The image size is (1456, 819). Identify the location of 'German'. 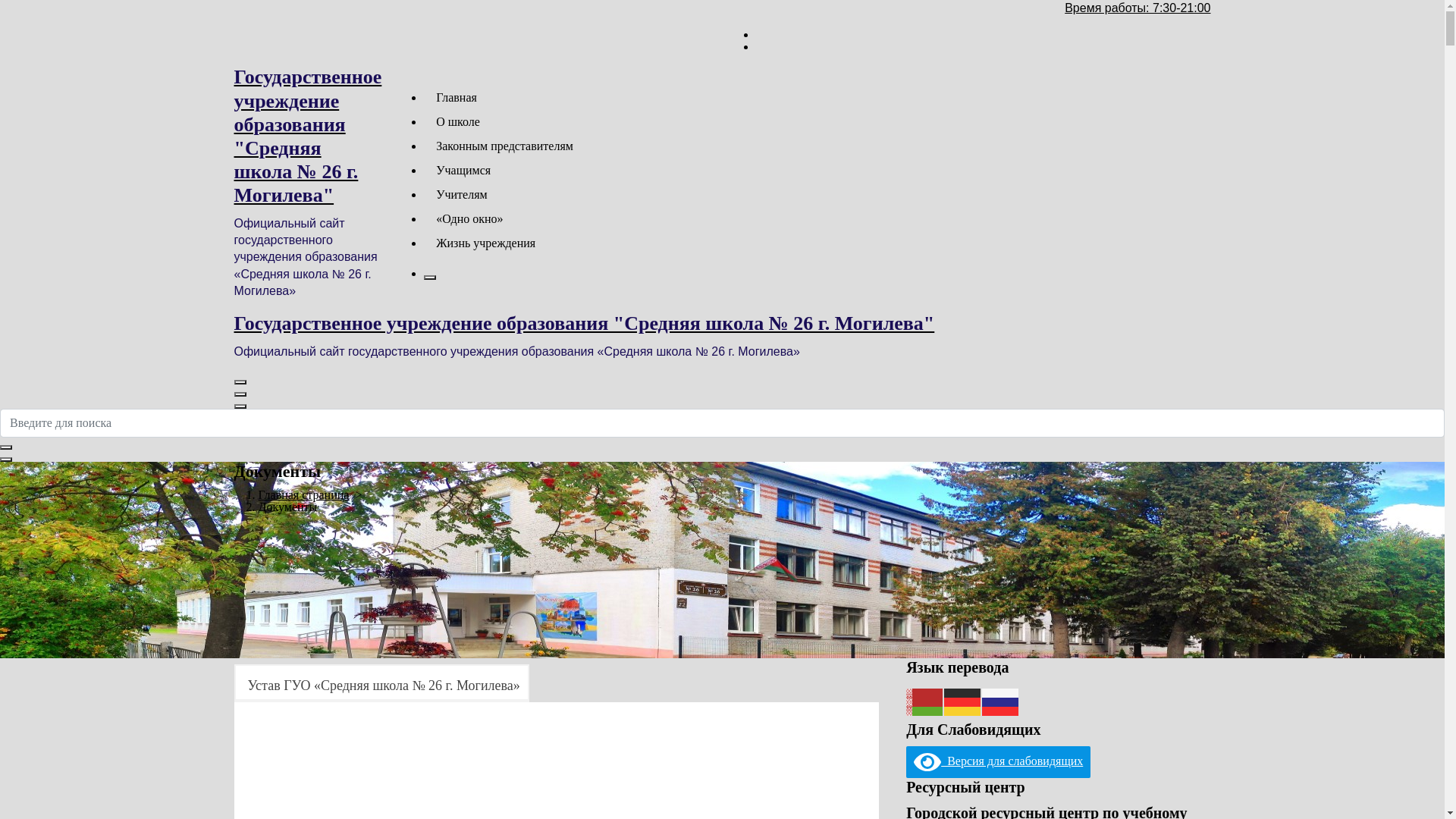
(943, 701).